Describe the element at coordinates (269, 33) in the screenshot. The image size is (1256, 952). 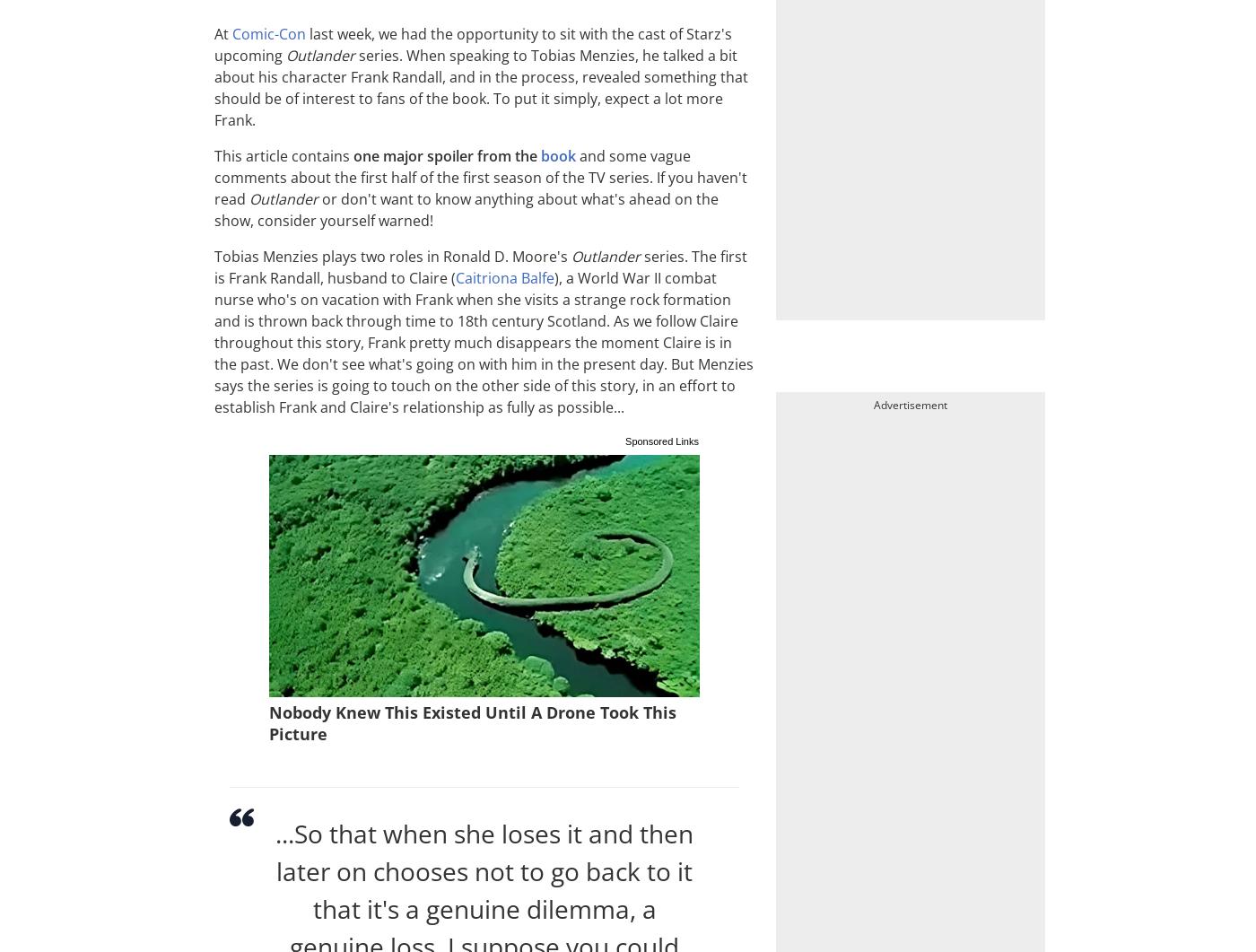
I see `'Comic-Con'` at that location.